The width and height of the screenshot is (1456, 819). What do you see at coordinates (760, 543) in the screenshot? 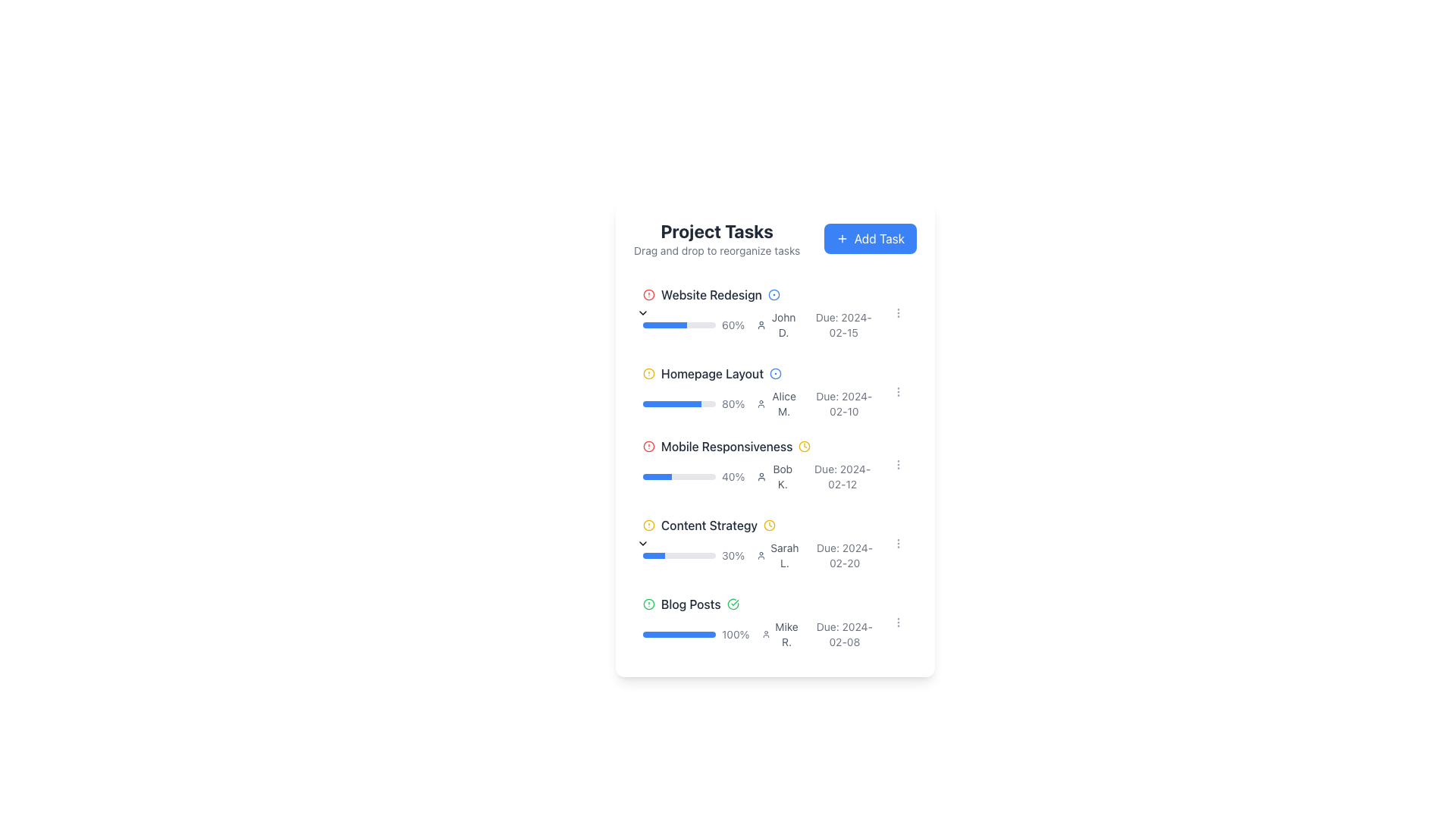
I see `the task card element that displays the details of a specific task within the project management interface` at bounding box center [760, 543].